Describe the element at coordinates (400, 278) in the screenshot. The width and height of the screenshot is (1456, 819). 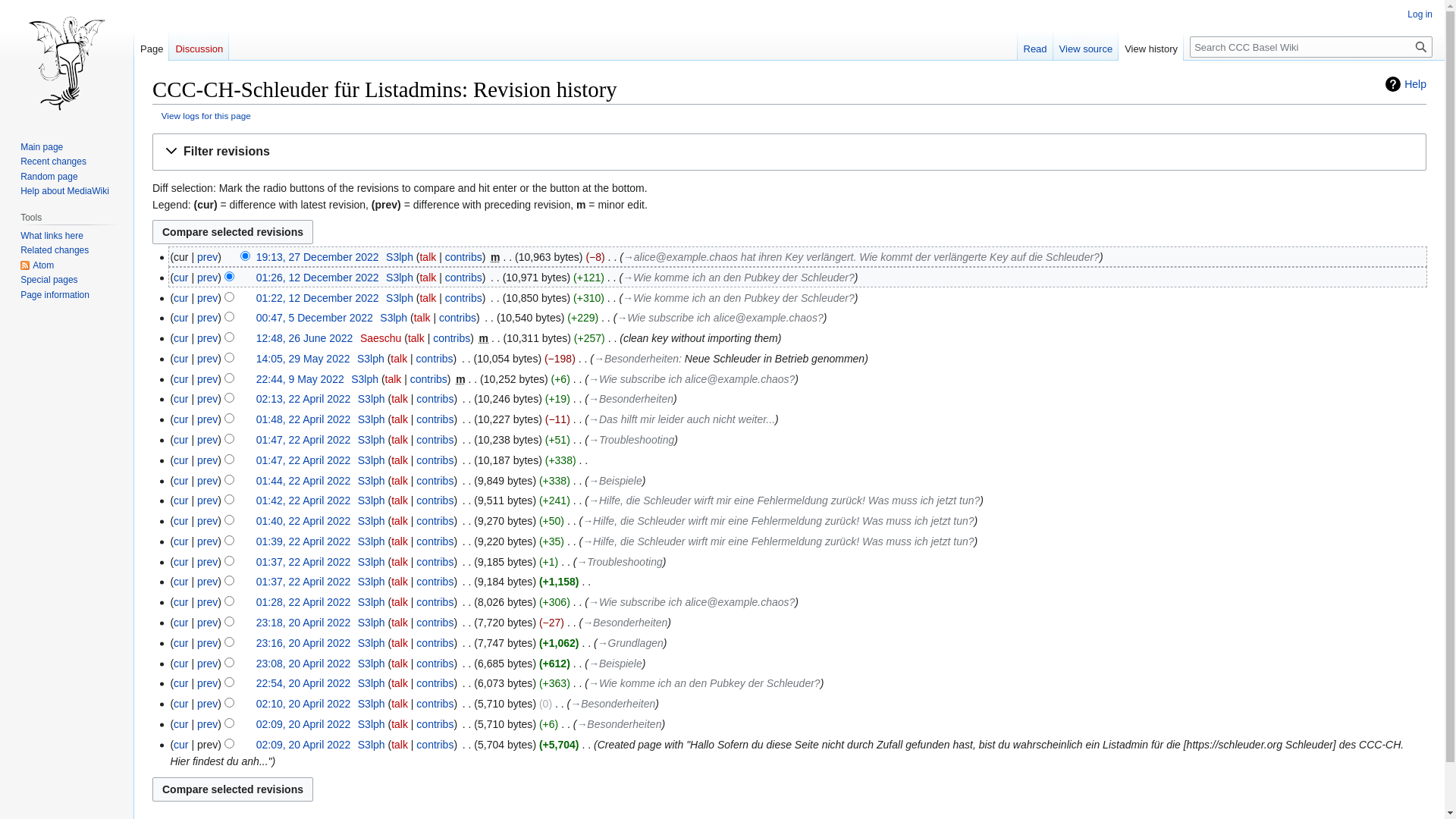
I see `'S3lph'` at that location.